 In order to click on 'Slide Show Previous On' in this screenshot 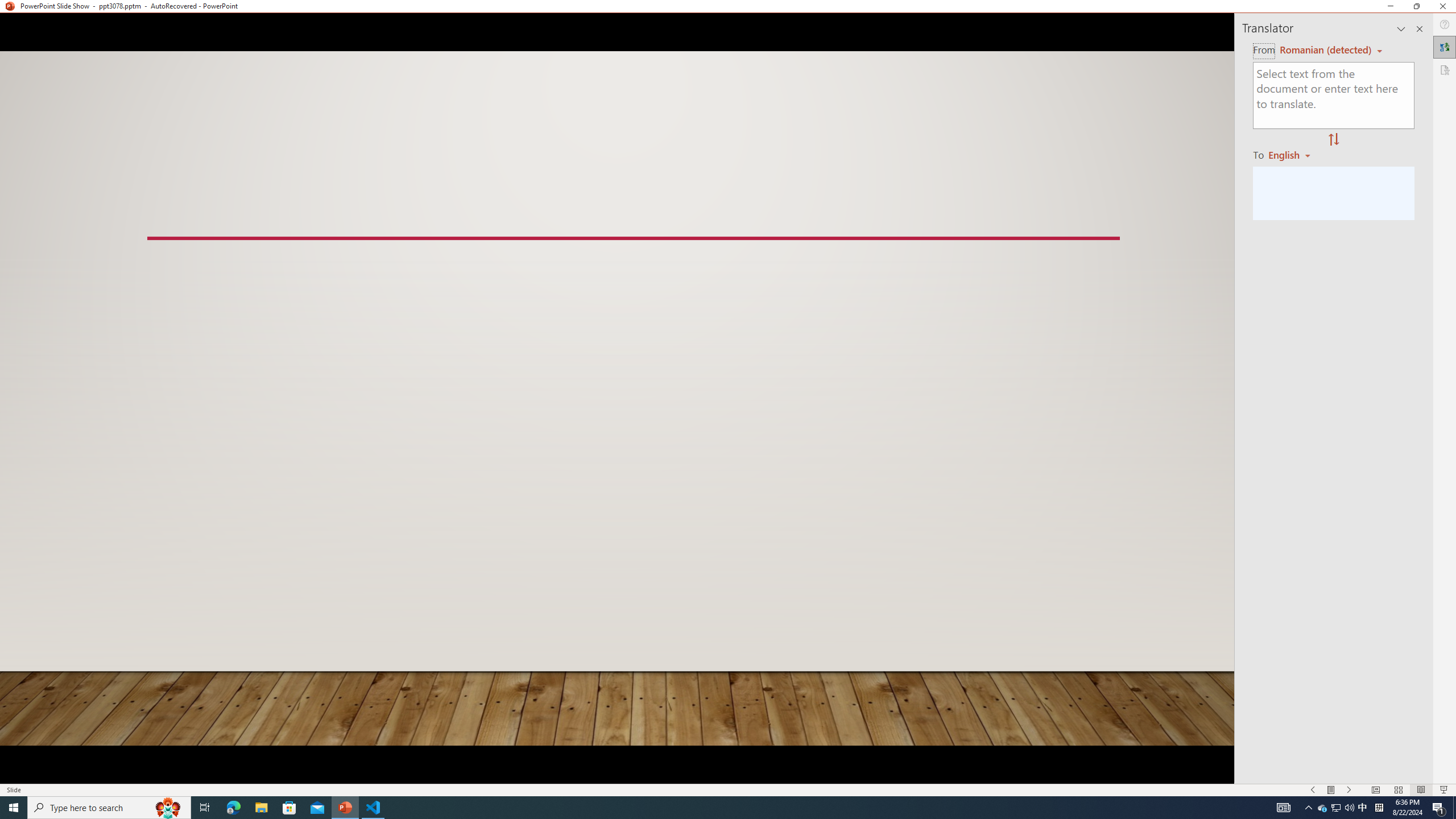, I will do `click(1313, 790)`.